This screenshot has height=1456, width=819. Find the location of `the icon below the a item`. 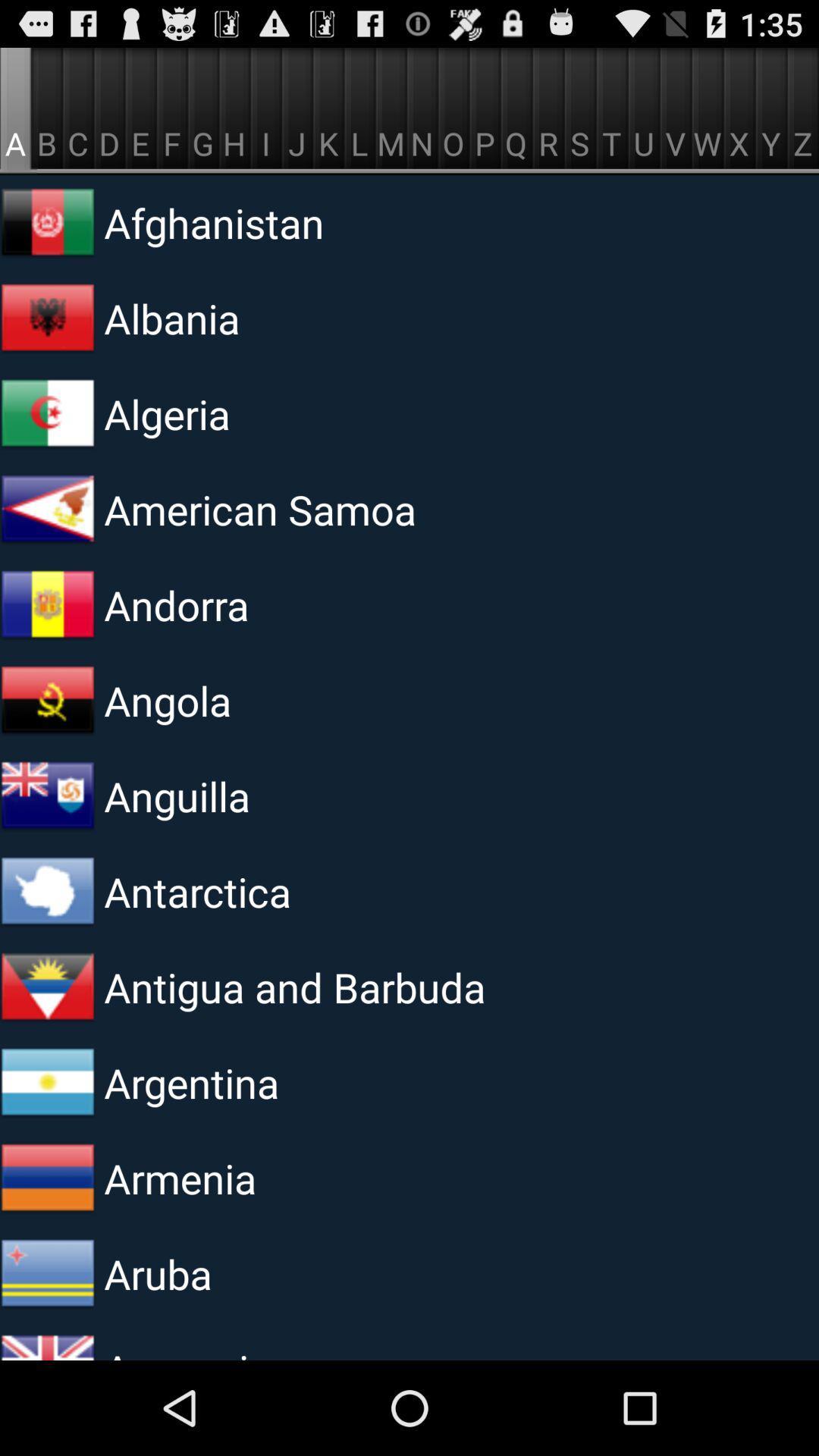

the icon below the a item is located at coordinates (46, 221).